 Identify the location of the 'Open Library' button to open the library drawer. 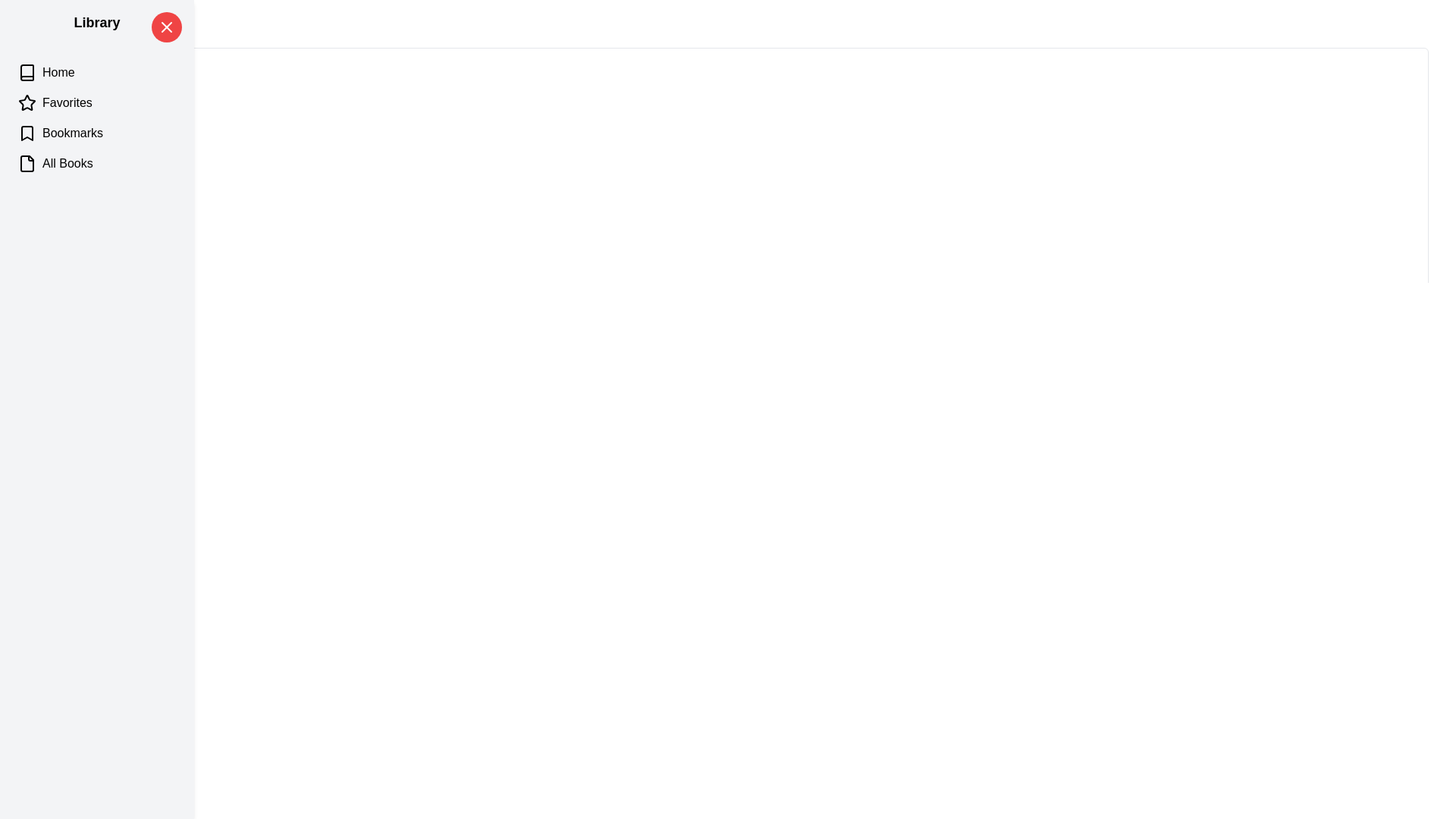
(53, 35).